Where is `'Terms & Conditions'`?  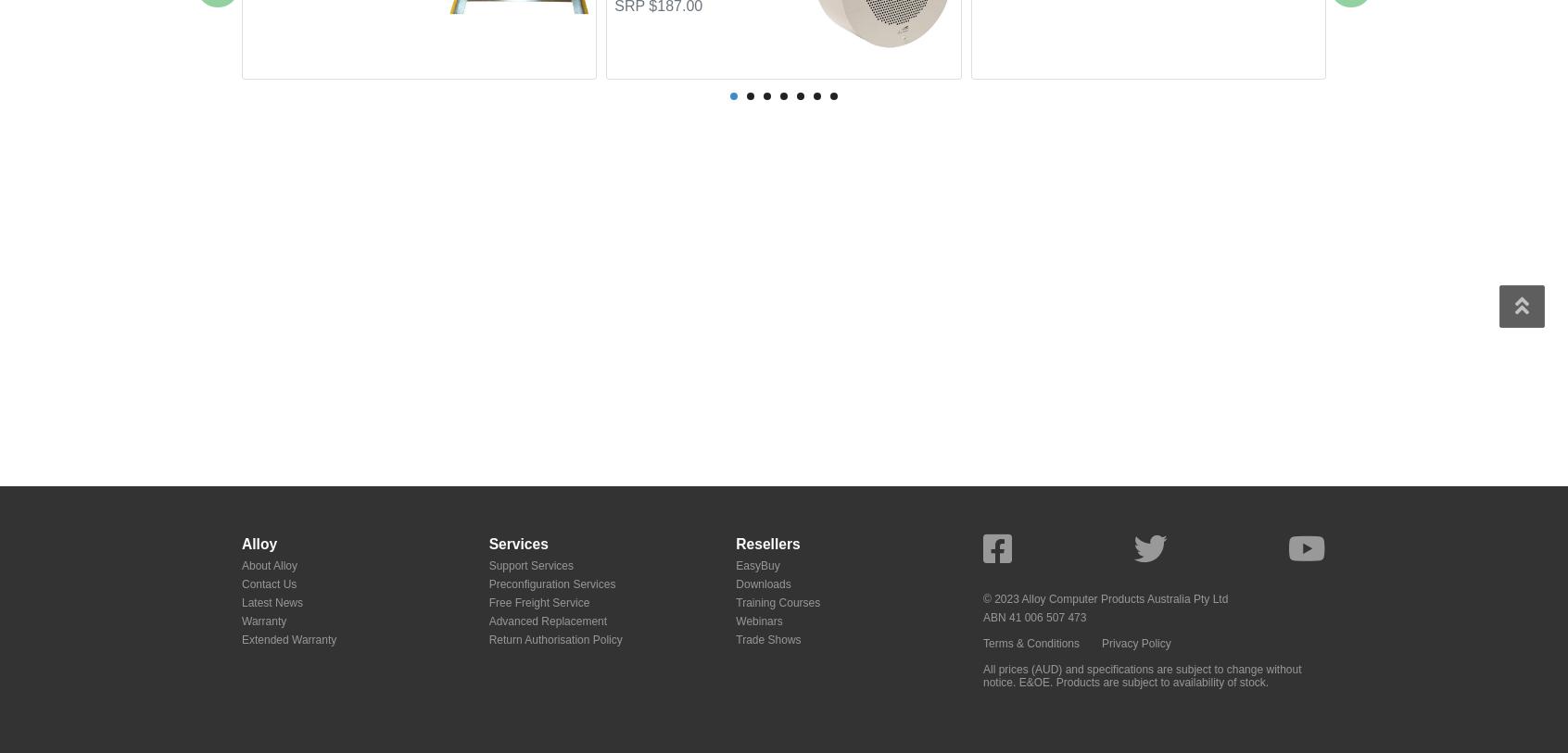
'Terms & Conditions' is located at coordinates (1031, 642).